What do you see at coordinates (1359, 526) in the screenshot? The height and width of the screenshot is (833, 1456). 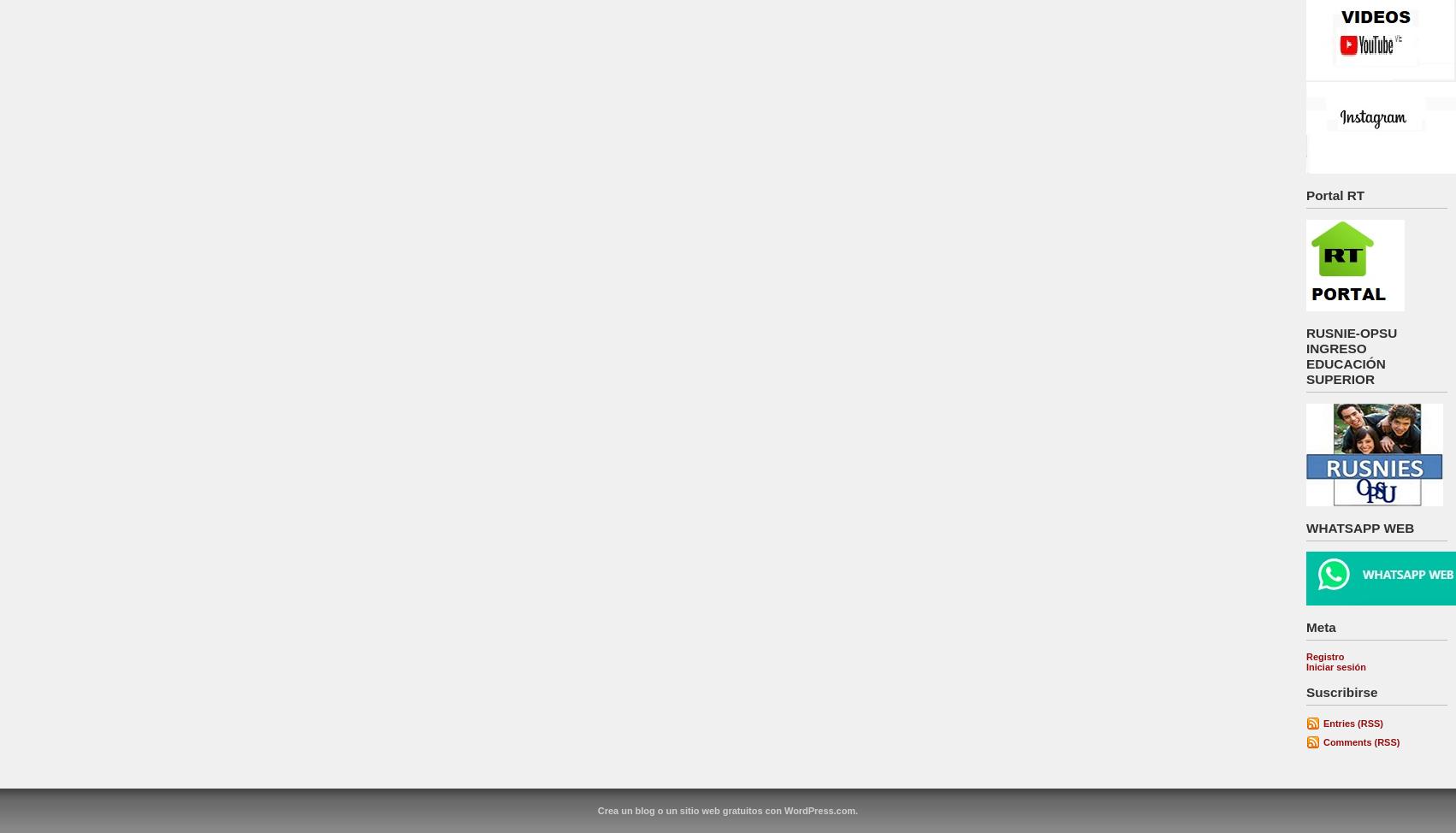 I see `'WHATSAPP WEB'` at bounding box center [1359, 526].